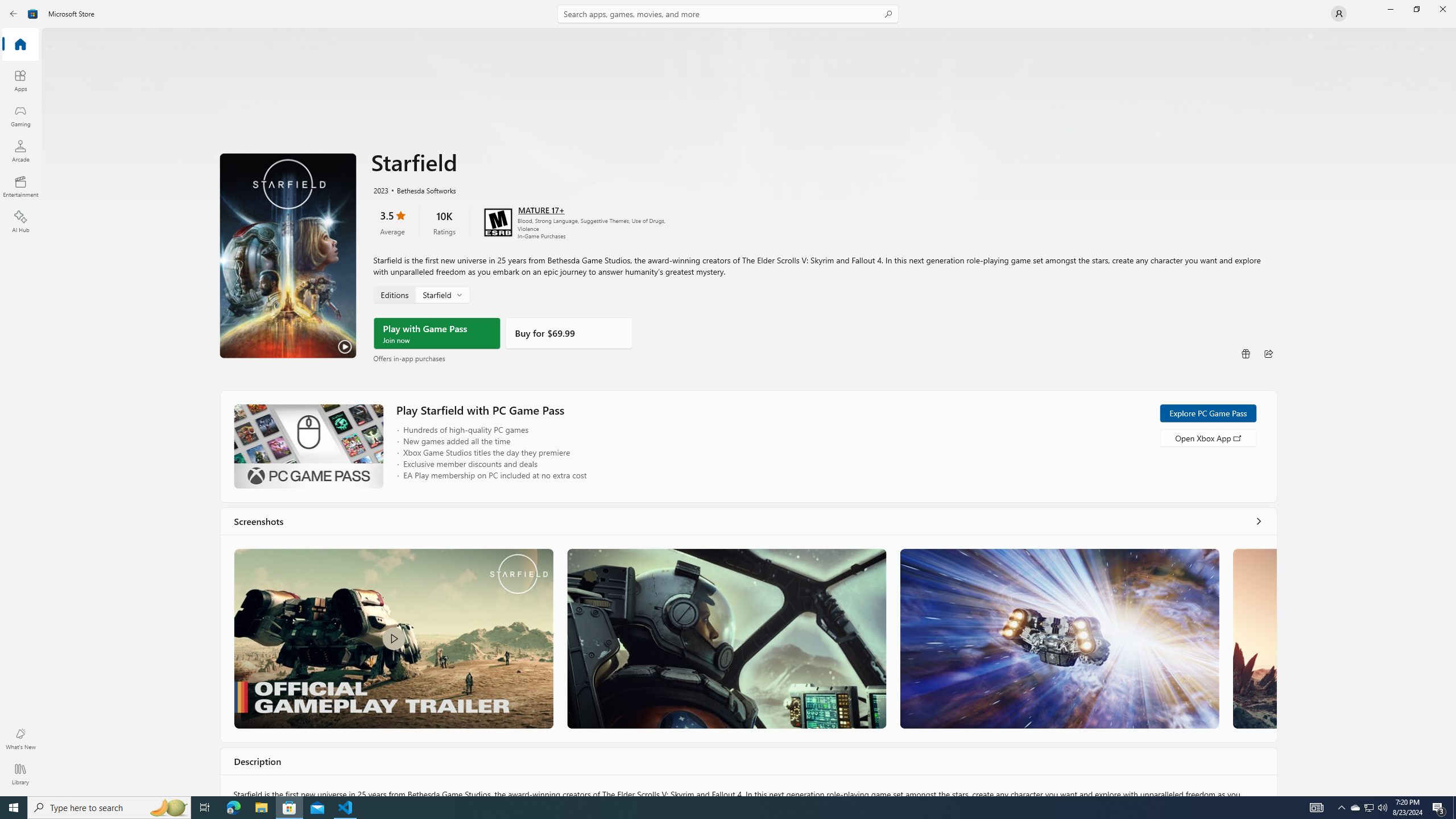 The width and height of the screenshot is (1456, 819). Describe the element at coordinates (19, 115) in the screenshot. I see `'Gaming'` at that location.